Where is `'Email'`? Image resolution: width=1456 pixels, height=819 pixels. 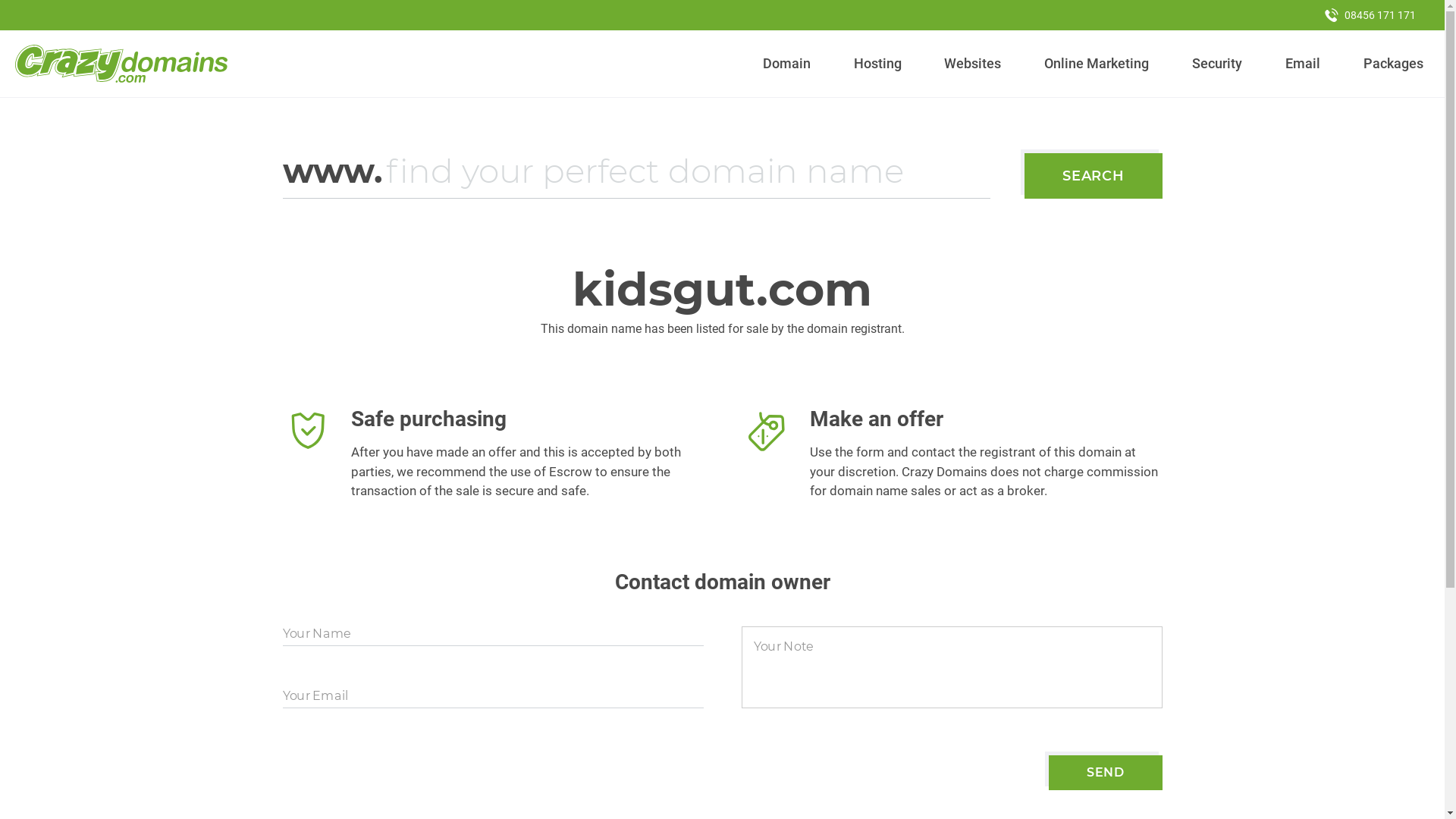
'Email' is located at coordinates (1301, 63).